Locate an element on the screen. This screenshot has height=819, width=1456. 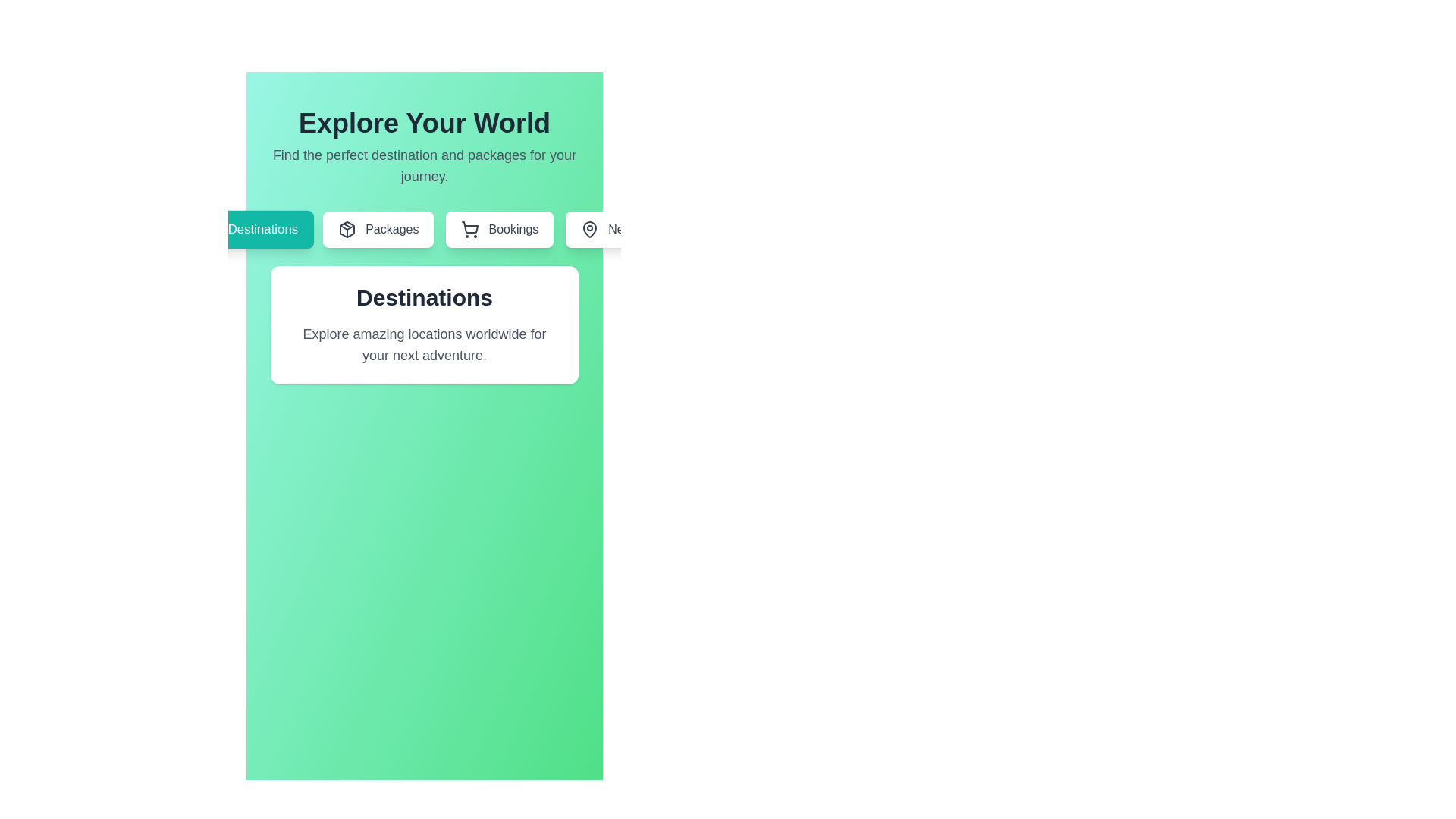
the tab labeled 'Bookings' to navigate to the respective section is located at coordinates (499, 230).